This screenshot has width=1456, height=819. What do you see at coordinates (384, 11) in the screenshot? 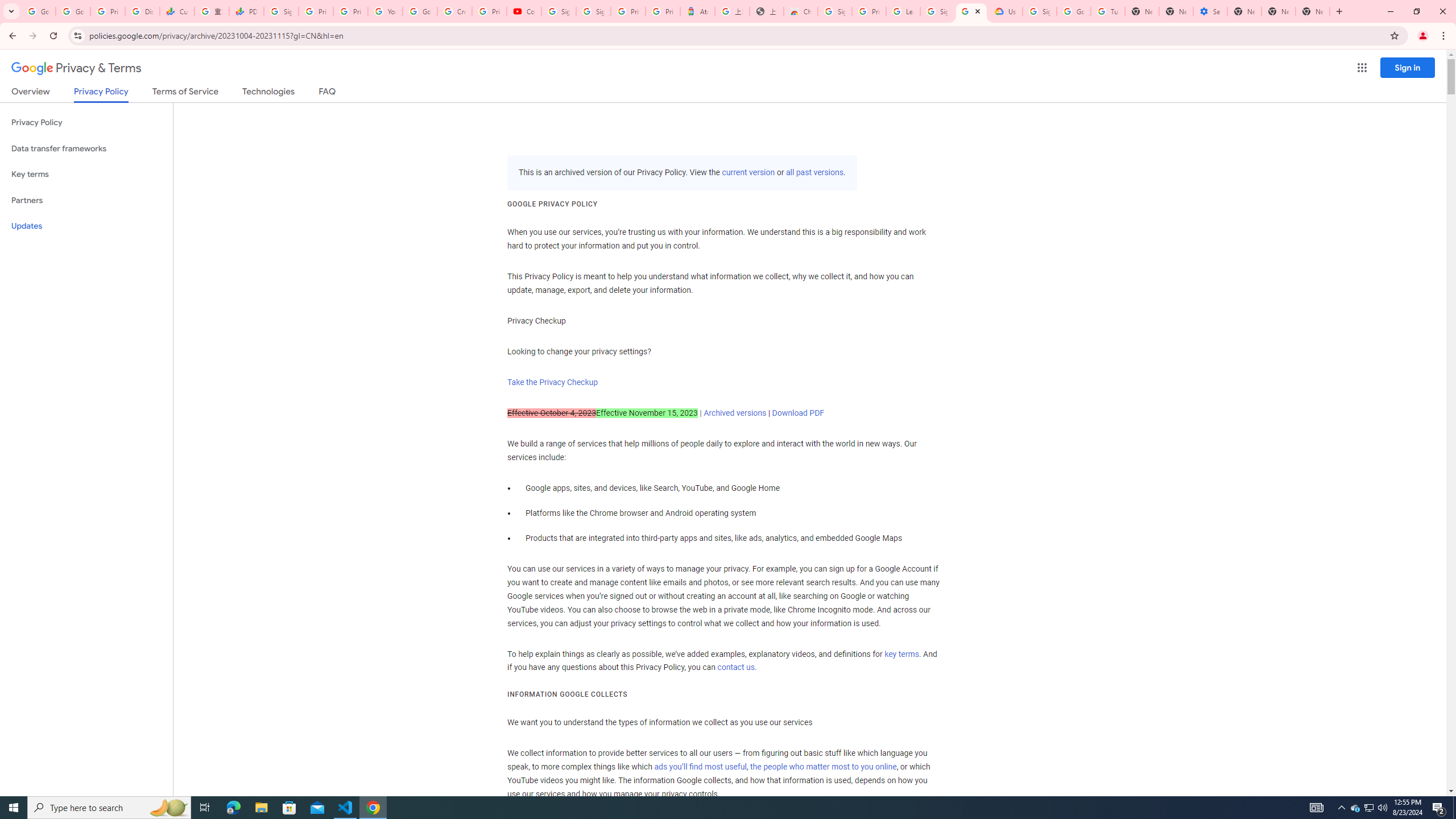
I see `'YouTube'` at bounding box center [384, 11].